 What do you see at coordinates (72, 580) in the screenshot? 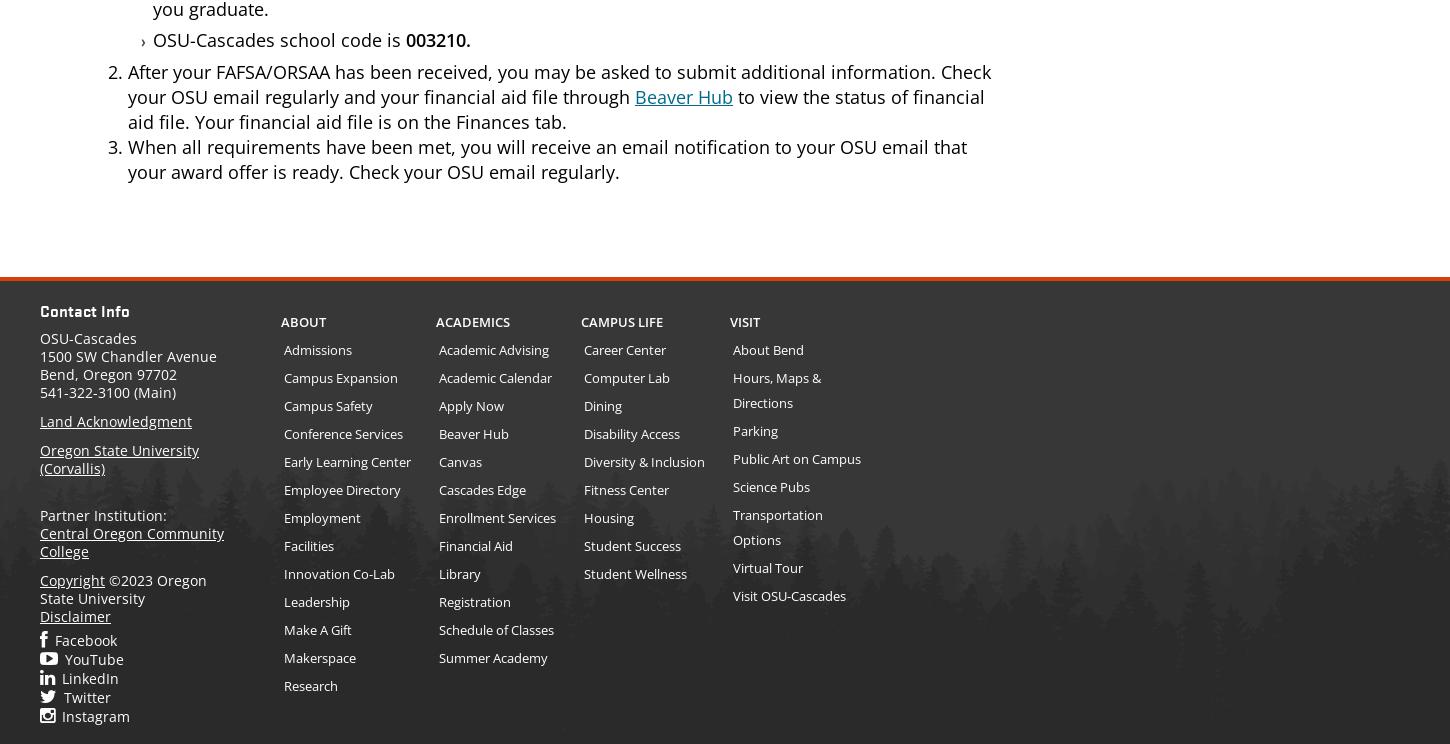
I see `'Copyright'` at bounding box center [72, 580].